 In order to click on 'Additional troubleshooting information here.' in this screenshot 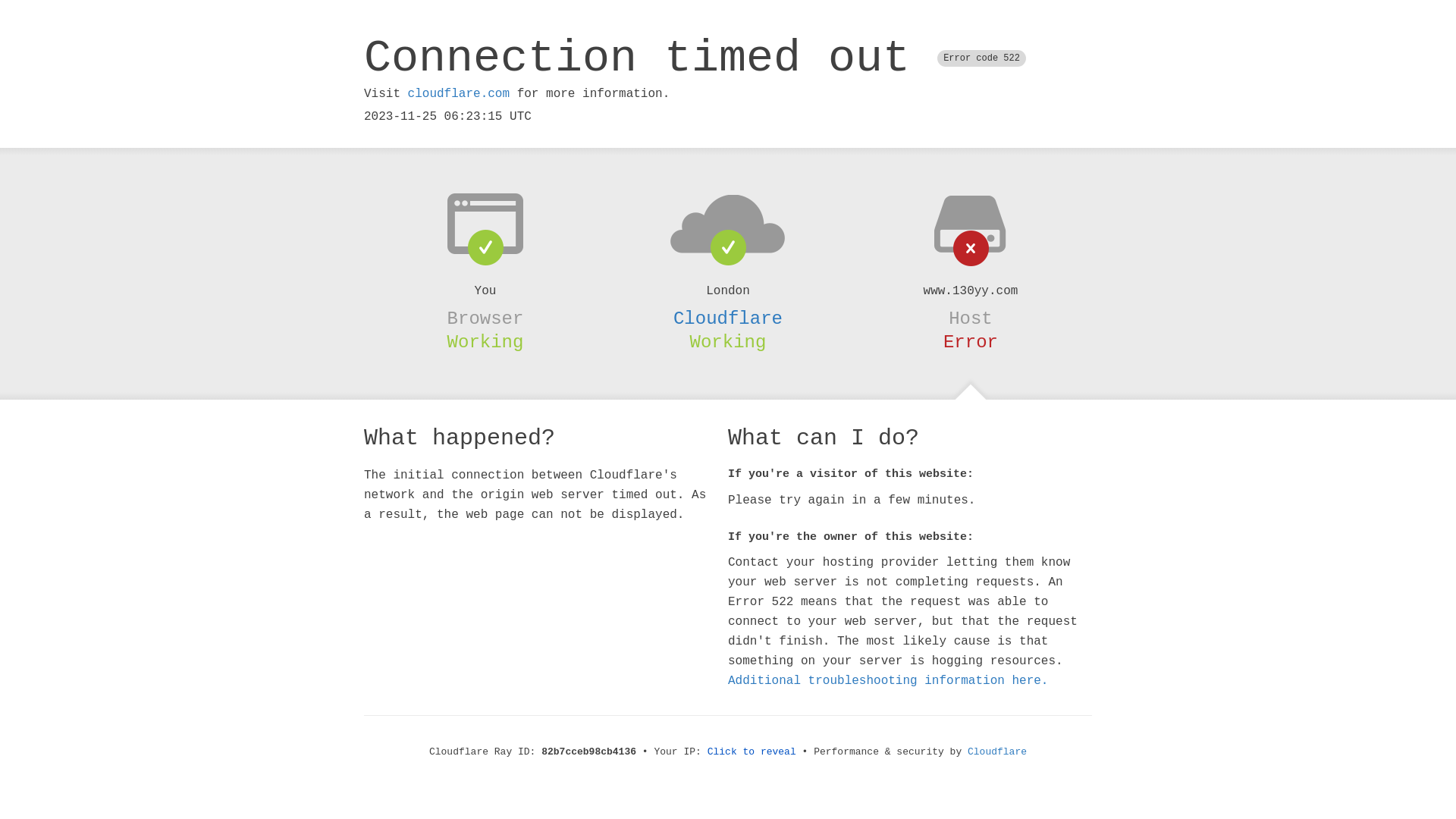, I will do `click(888, 680)`.